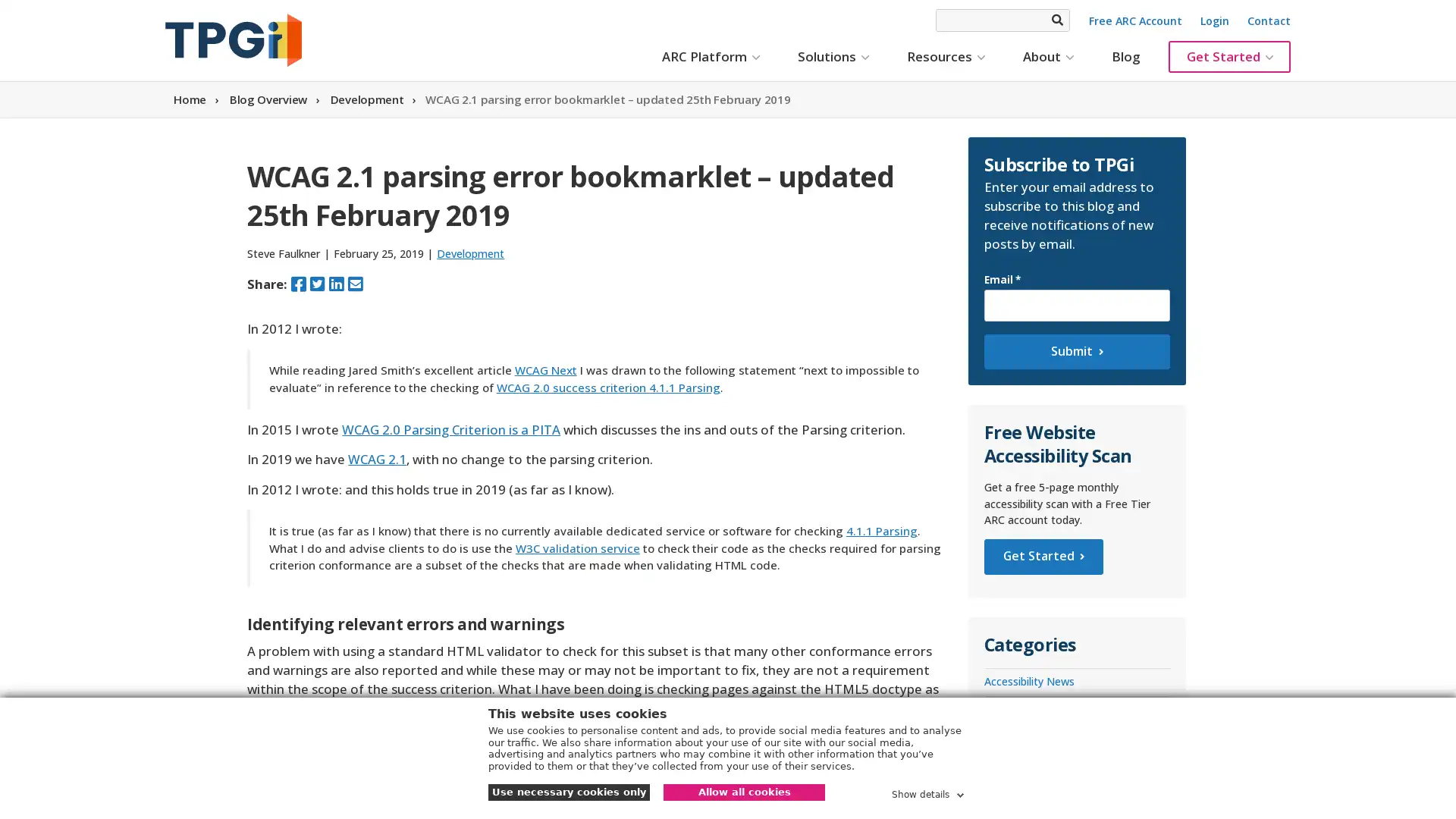 The image size is (1456, 819). Describe the element at coordinates (1075, 351) in the screenshot. I see `Submit` at that location.